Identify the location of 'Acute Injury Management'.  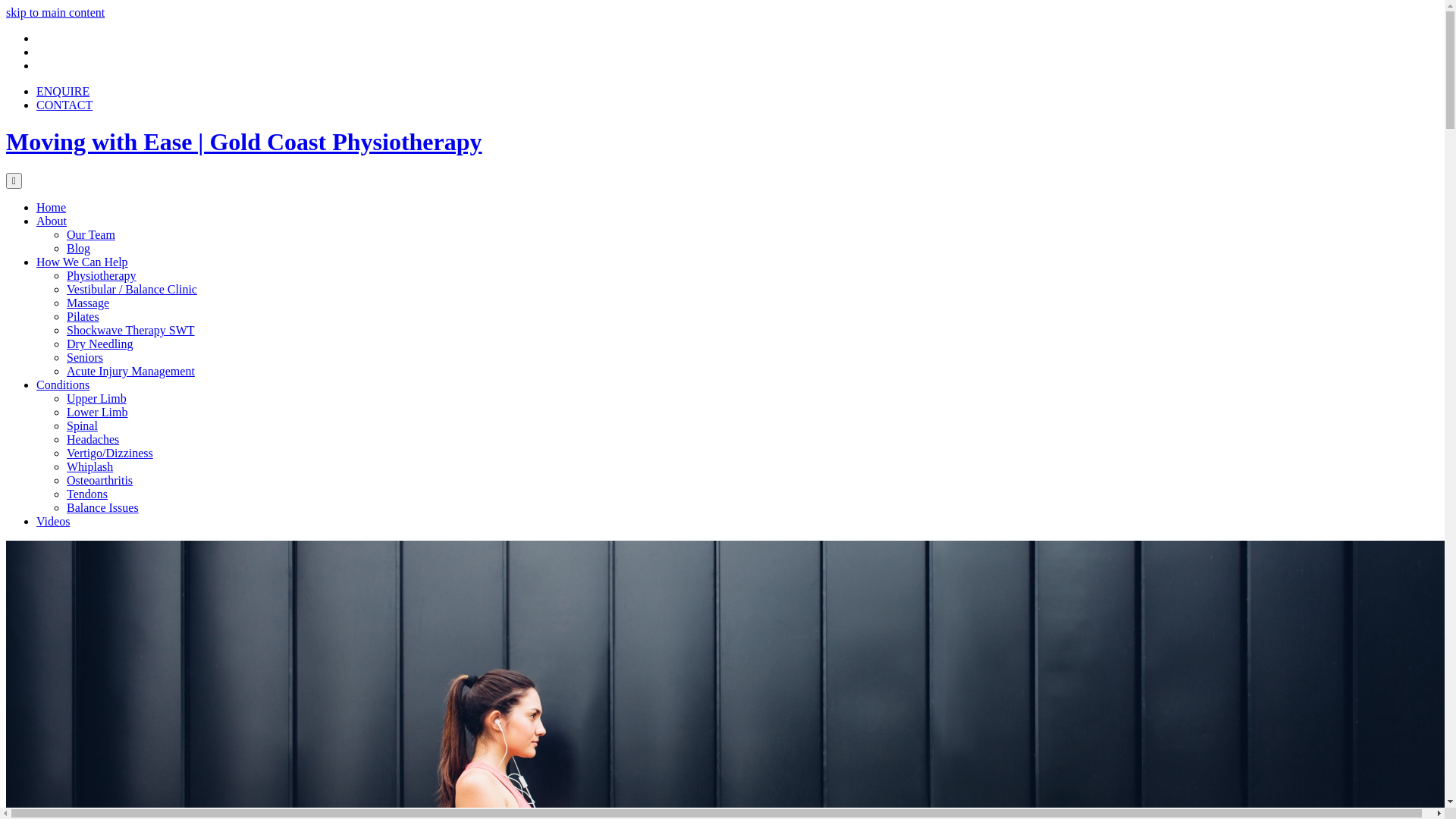
(130, 371).